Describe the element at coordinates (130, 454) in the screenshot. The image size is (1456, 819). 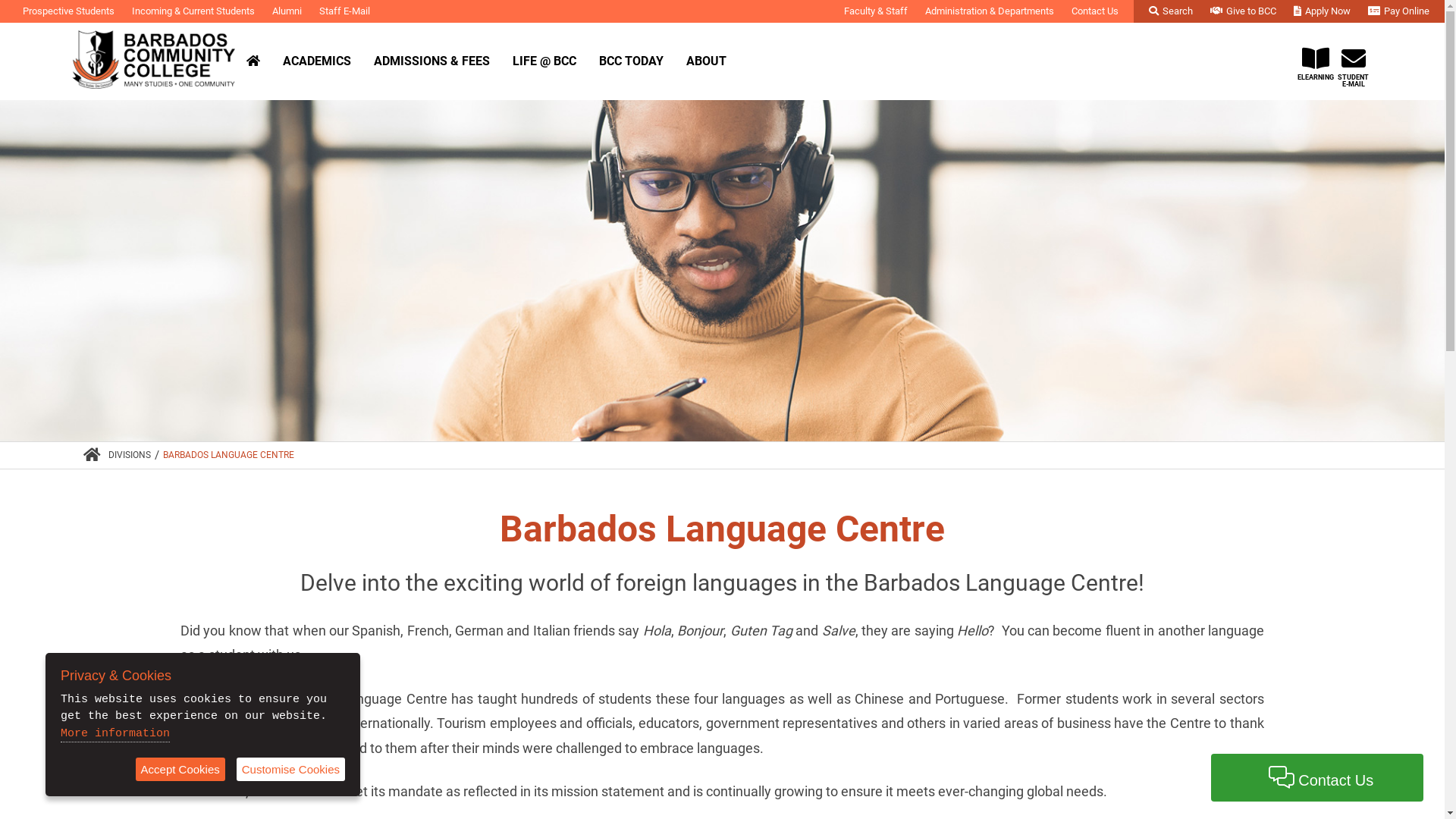
I see `'DIVISIONS'` at that location.